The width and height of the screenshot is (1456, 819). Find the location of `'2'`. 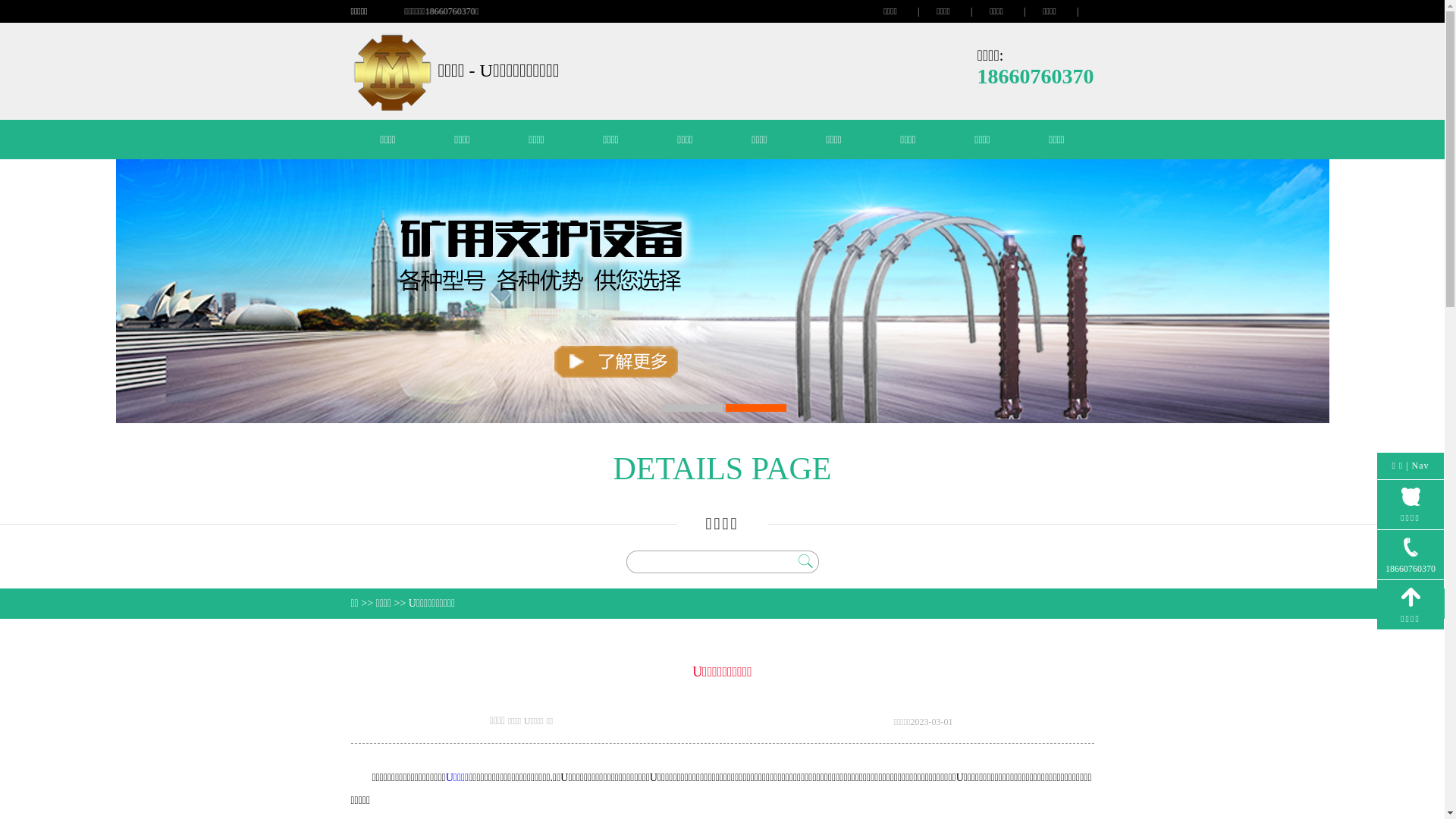

'2' is located at coordinates (755, 406).